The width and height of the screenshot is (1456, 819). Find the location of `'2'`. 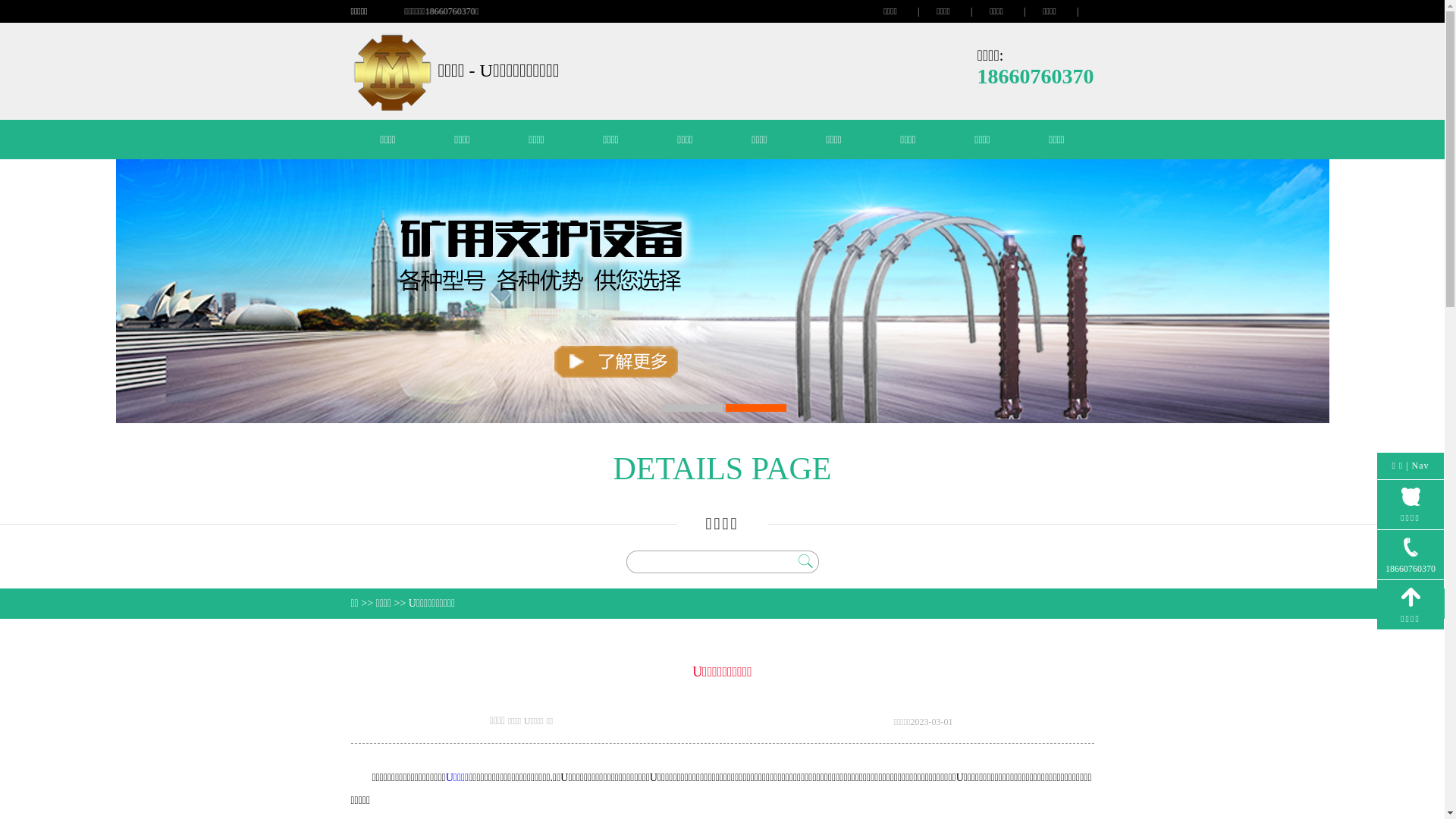

'2' is located at coordinates (755, 406).